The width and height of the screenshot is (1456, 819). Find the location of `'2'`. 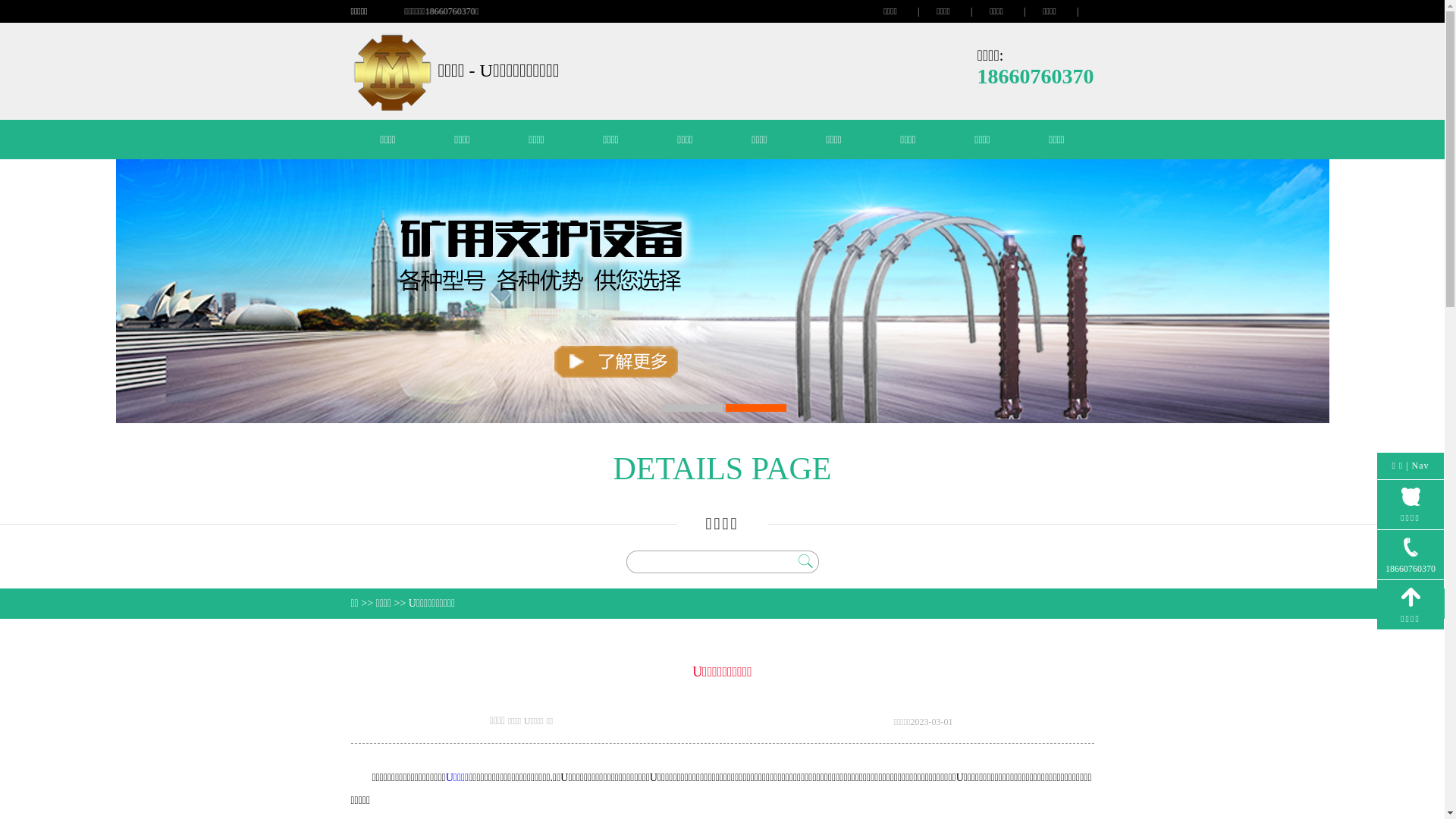

'2' is located at coordinates (755, 406).